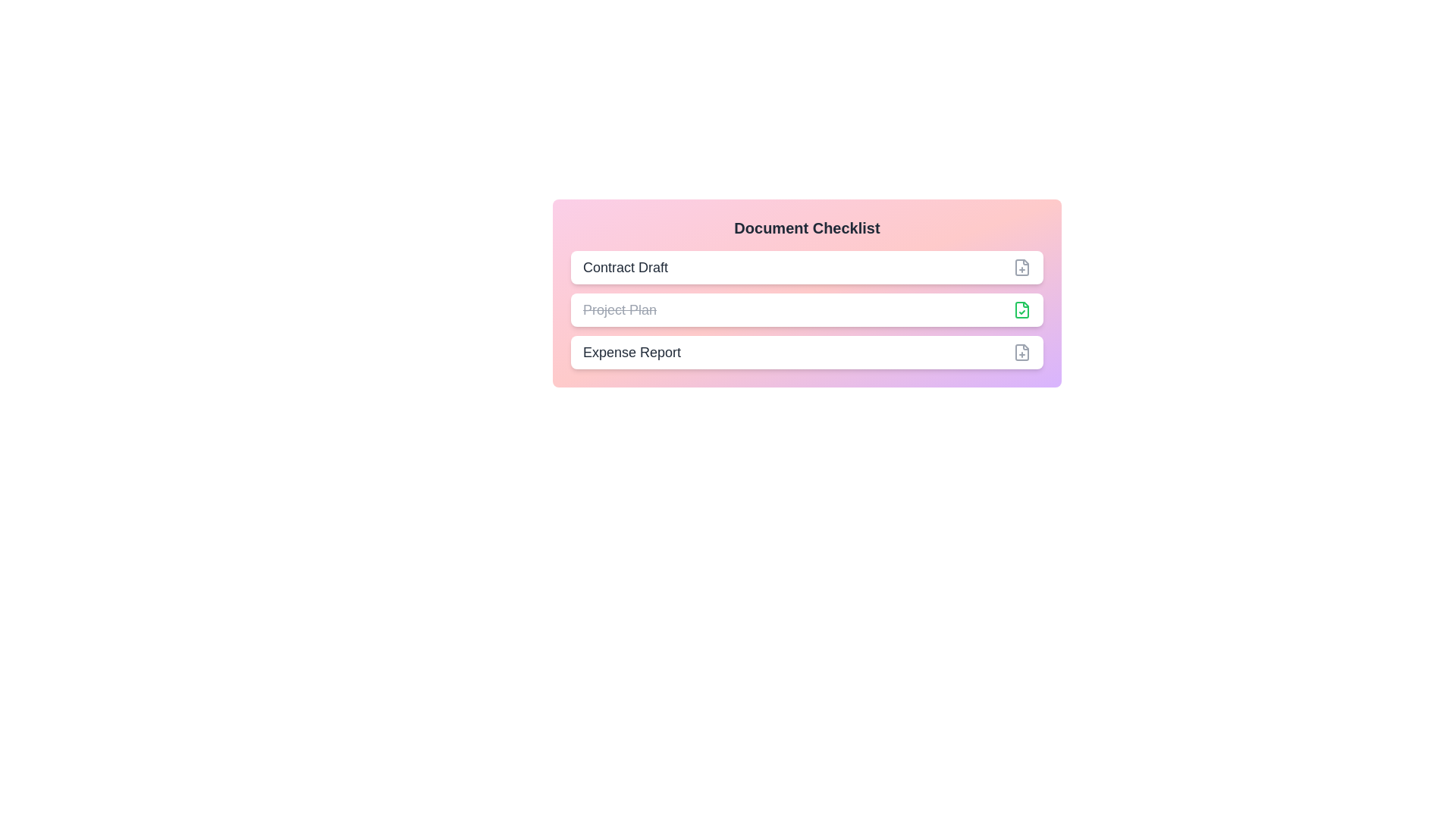  I want to click on toggle button for the document titled 'Expense Report' to change its completion status, so click(1022, 353).